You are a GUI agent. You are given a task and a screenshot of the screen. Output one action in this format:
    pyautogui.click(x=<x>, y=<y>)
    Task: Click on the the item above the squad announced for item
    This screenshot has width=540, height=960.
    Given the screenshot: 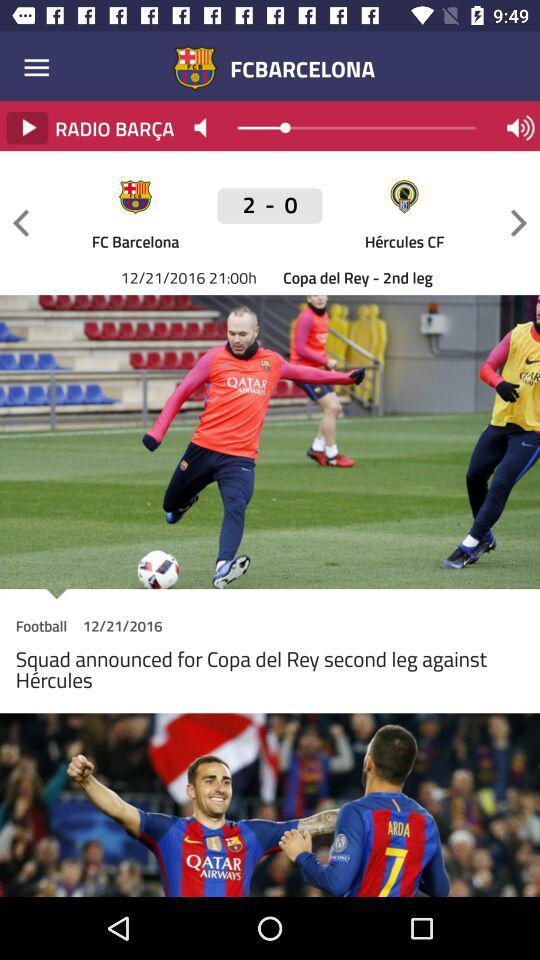 What is the action you would take?
    pyautogui.click(x=41, y=628)
    